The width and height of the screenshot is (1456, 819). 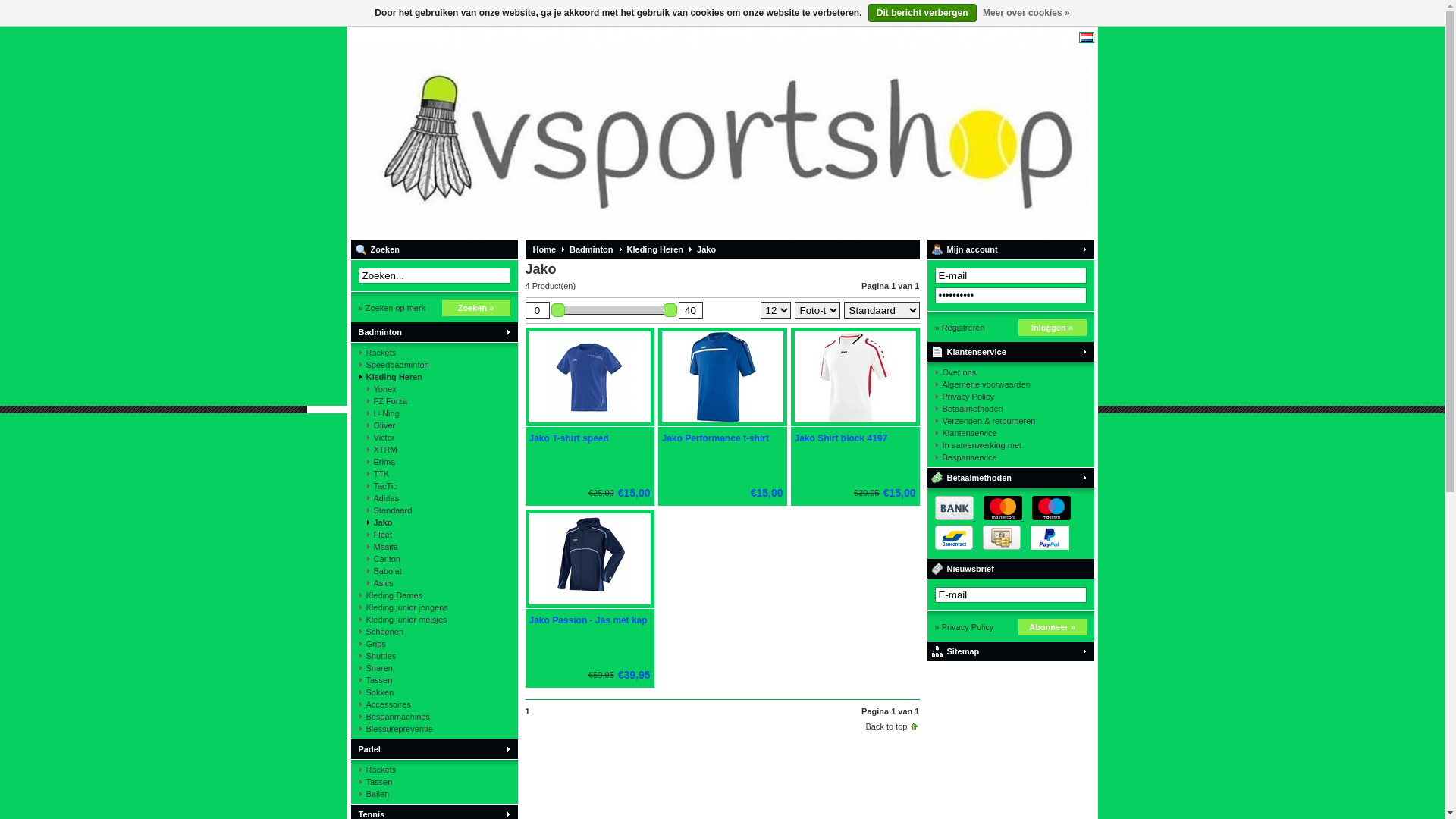 I want to click on 'Accessoires', so click(x=432, y=704).